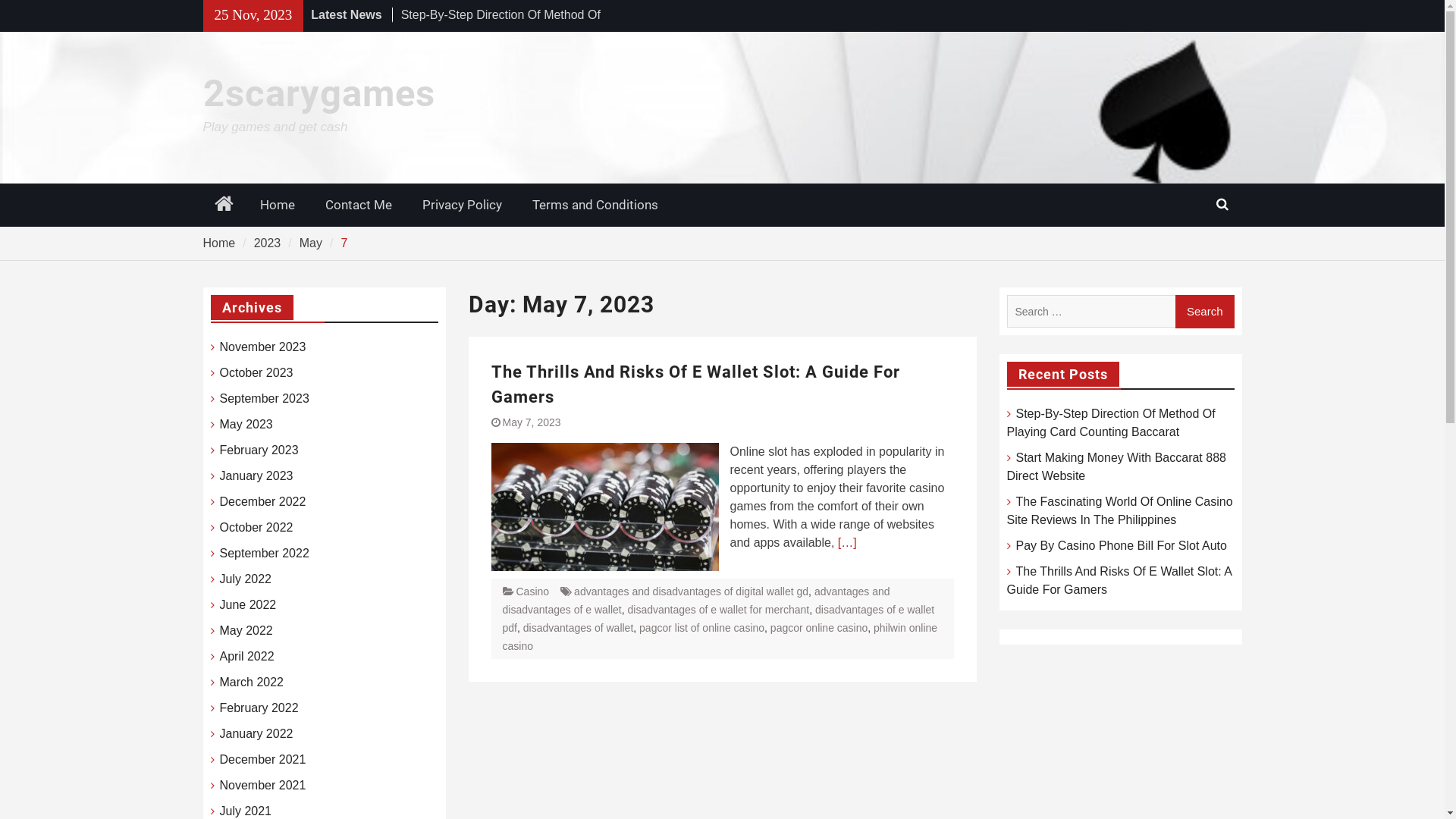  Describe the element at coordinates (218, 242) in the screenshot. I see `'Home'` at that location.